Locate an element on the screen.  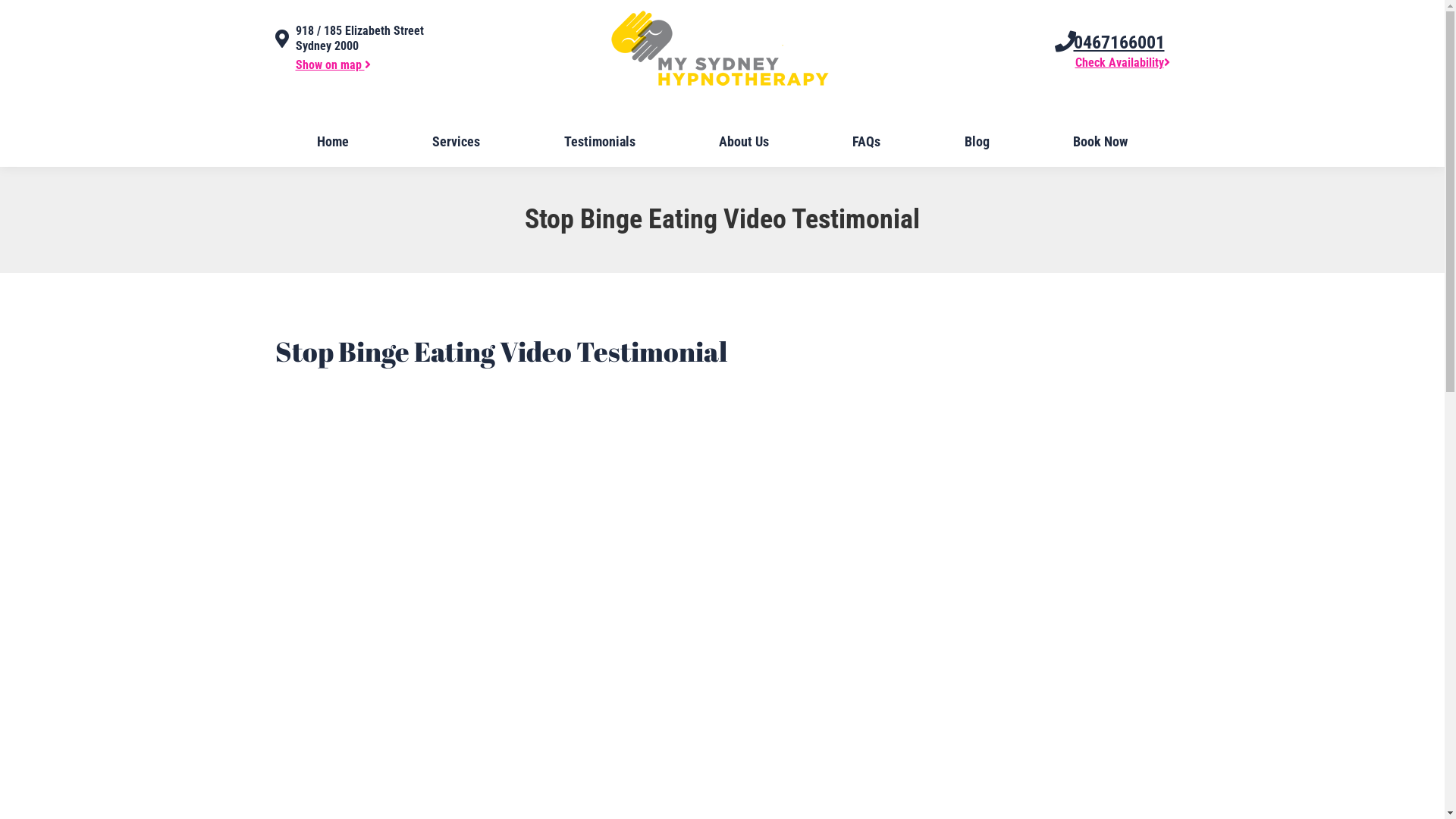
'Book Now' is located at coordinates (1032, 141).